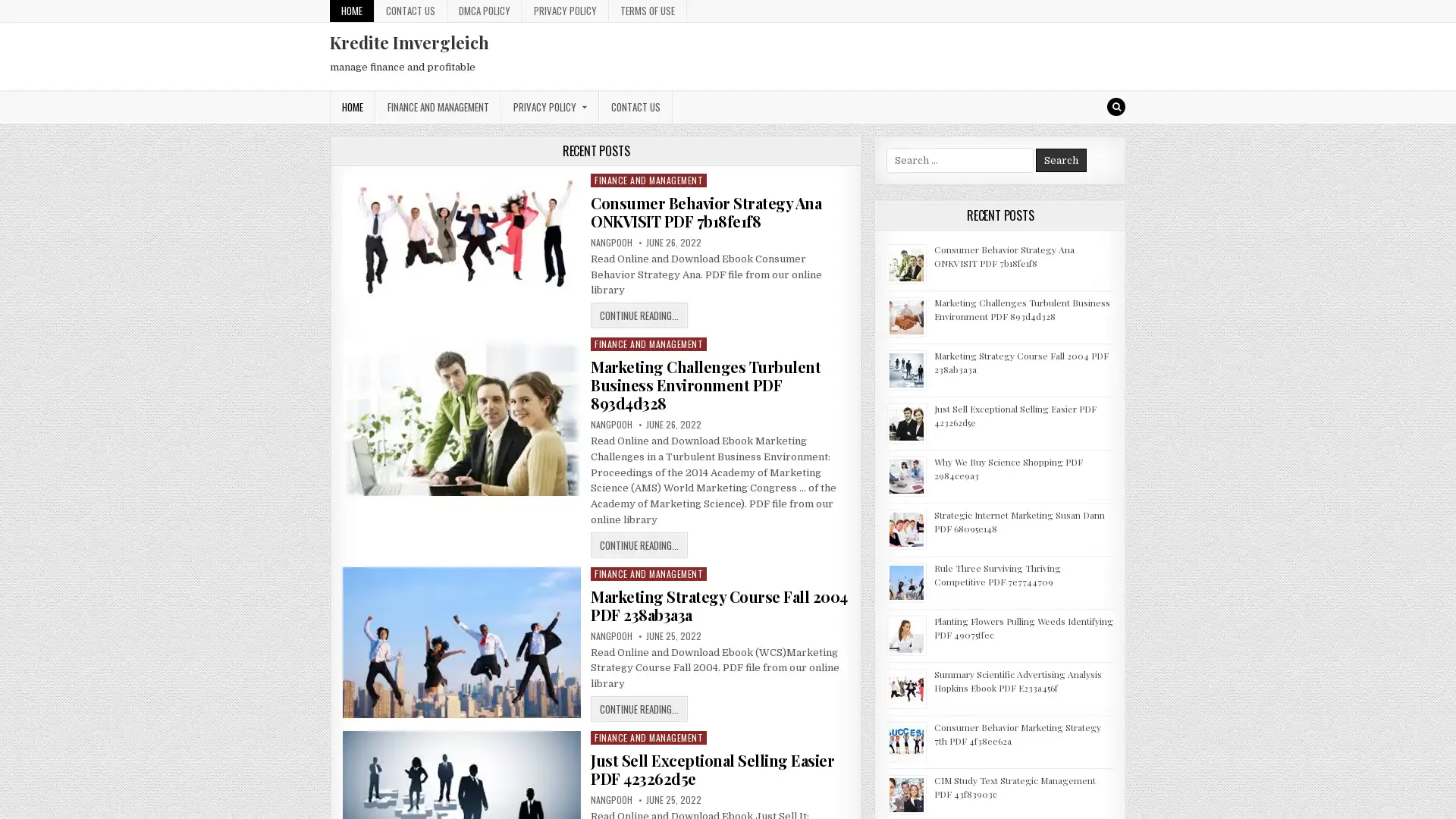 This screenshot has width=1456, height=819. I want to click on Search, so click(1060, 160).